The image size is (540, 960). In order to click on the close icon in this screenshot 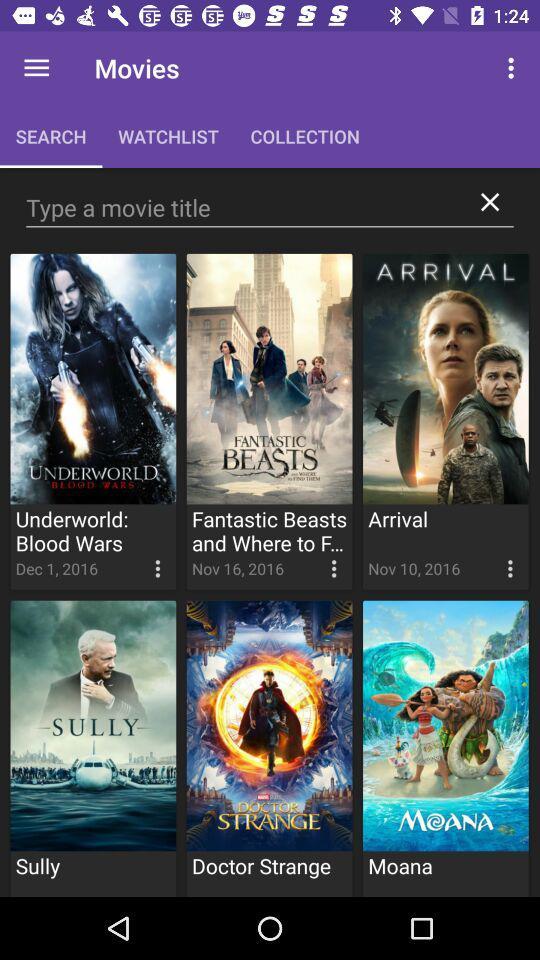, I will do `click(489, 202)`.